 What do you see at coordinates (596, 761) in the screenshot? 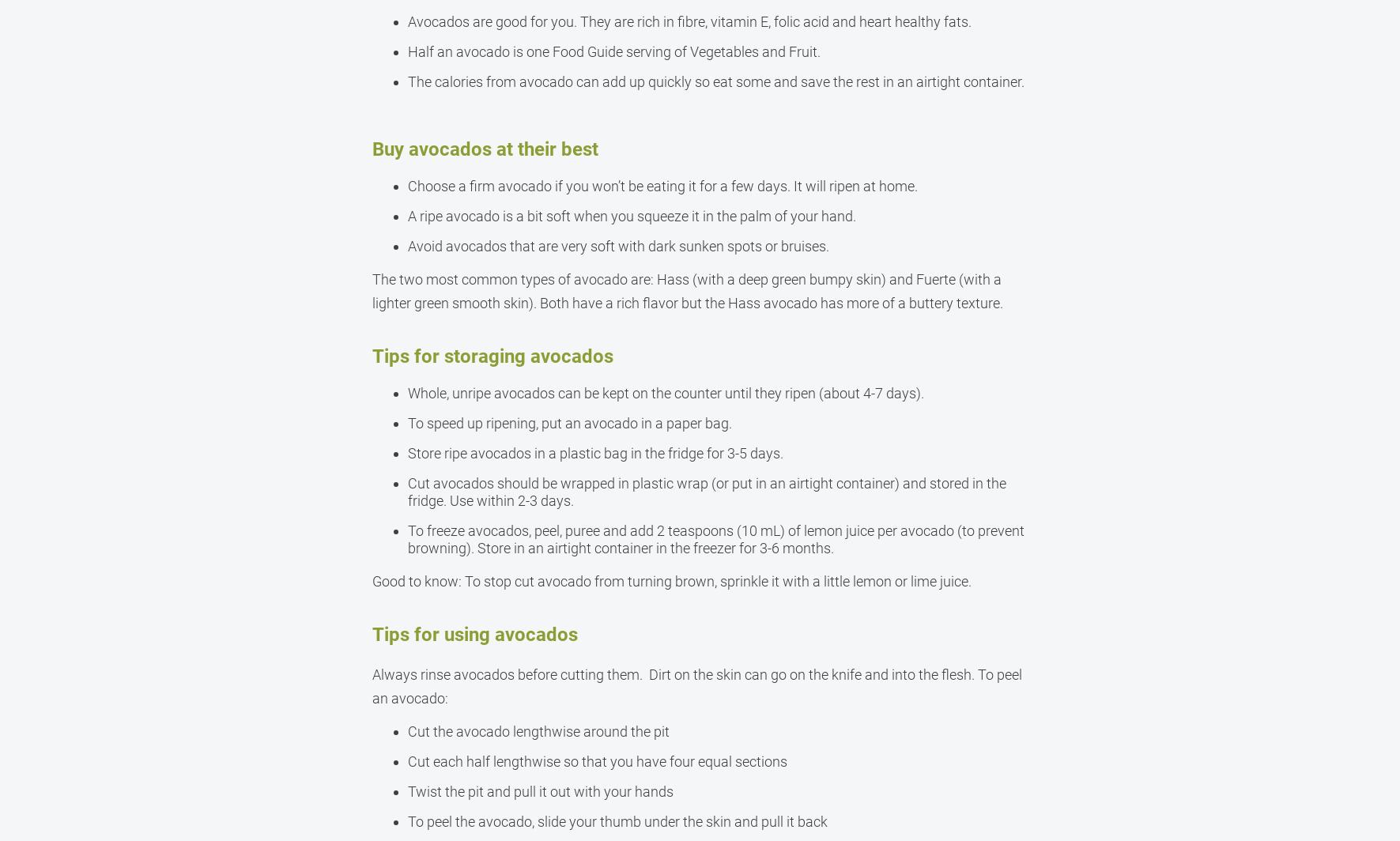
I see `'Cut each half lengthwise so that you have four equal sections'` at bounding box center [596, 761].